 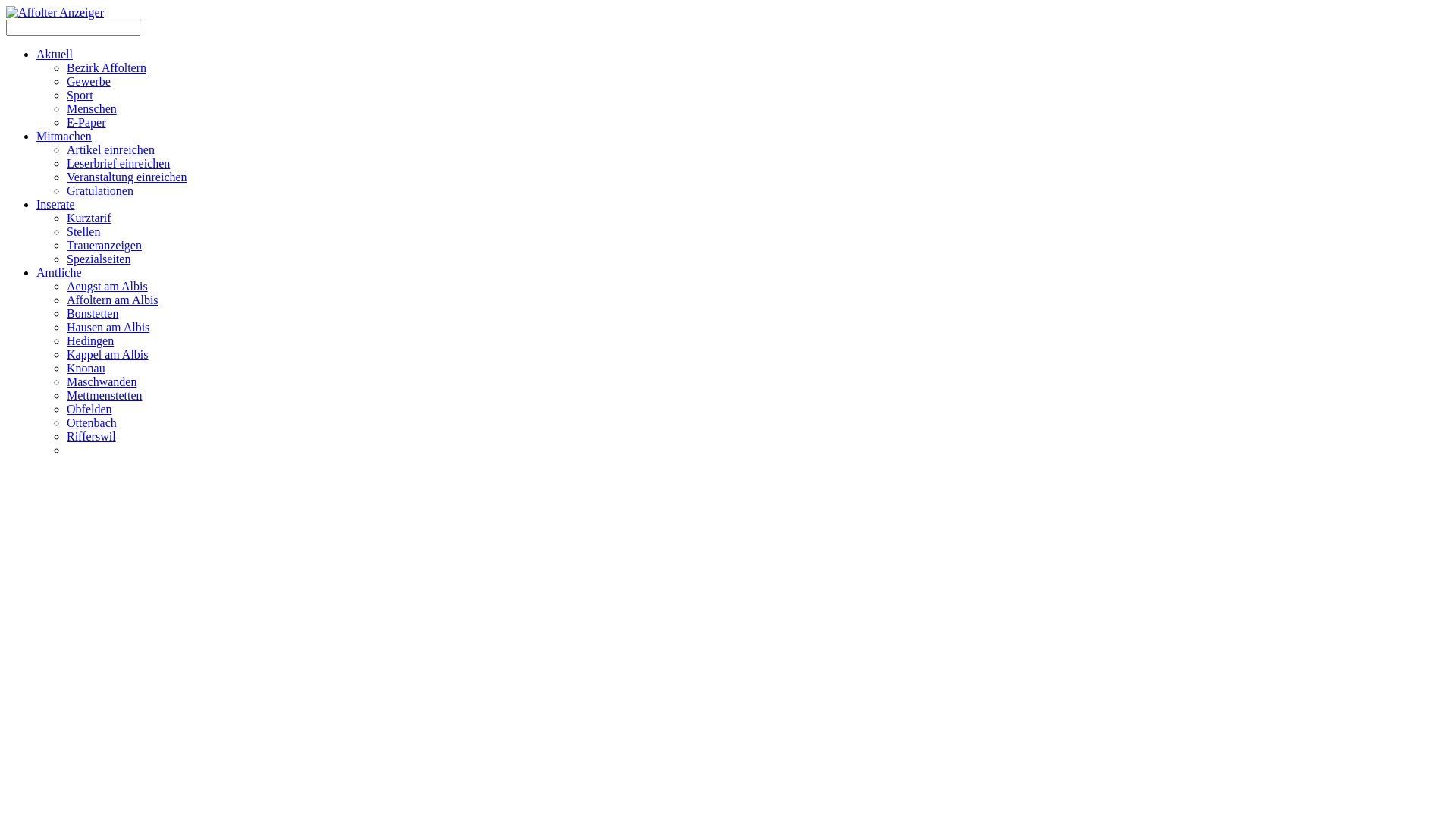 I want to click on 'Hausen am Albis', so click(x=107, y=326).